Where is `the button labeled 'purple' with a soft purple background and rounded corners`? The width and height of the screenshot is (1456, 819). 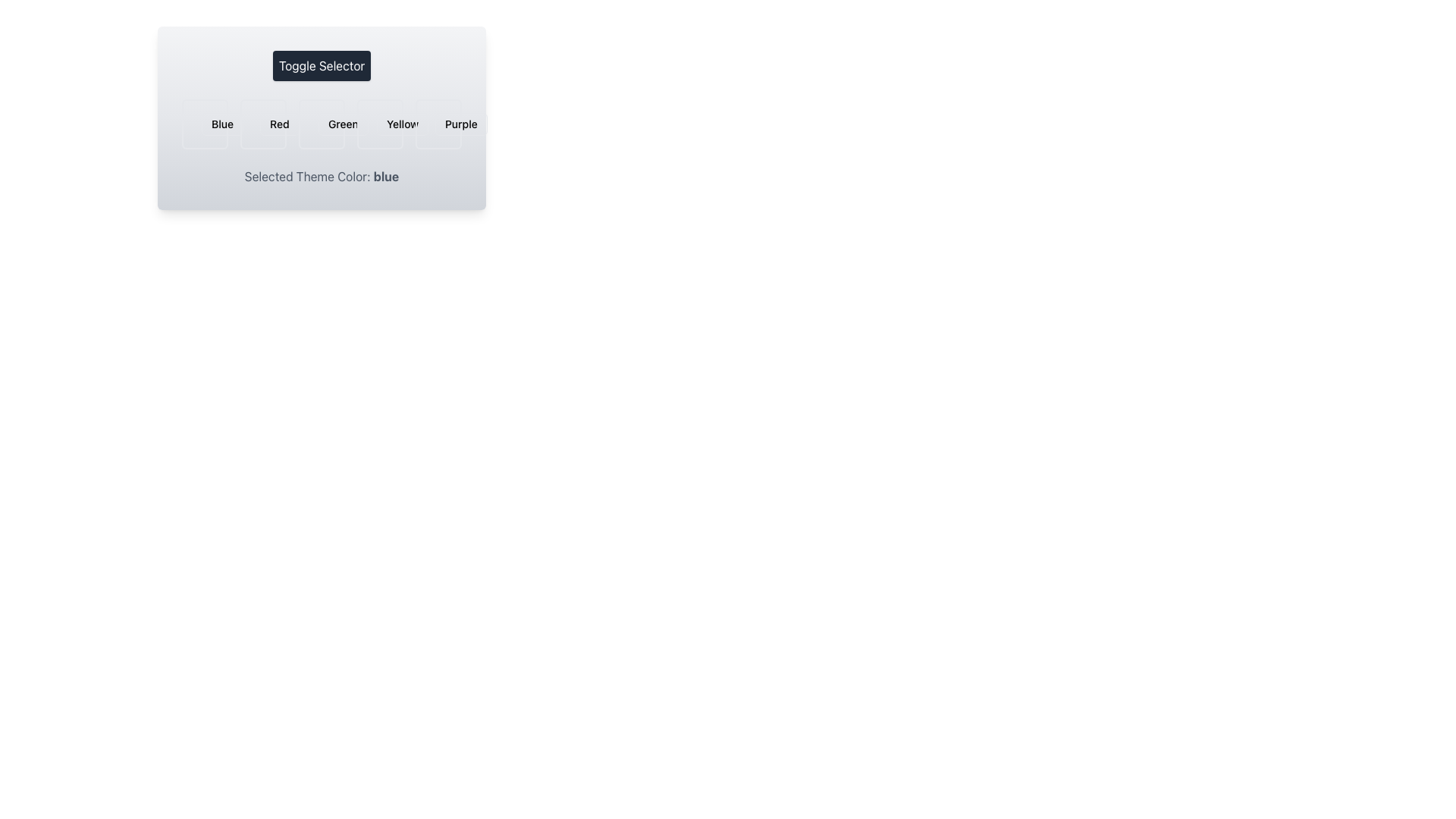
the button labeled 'purple' with a soft purple background and rounded corners is located at coordinates (438, 124).